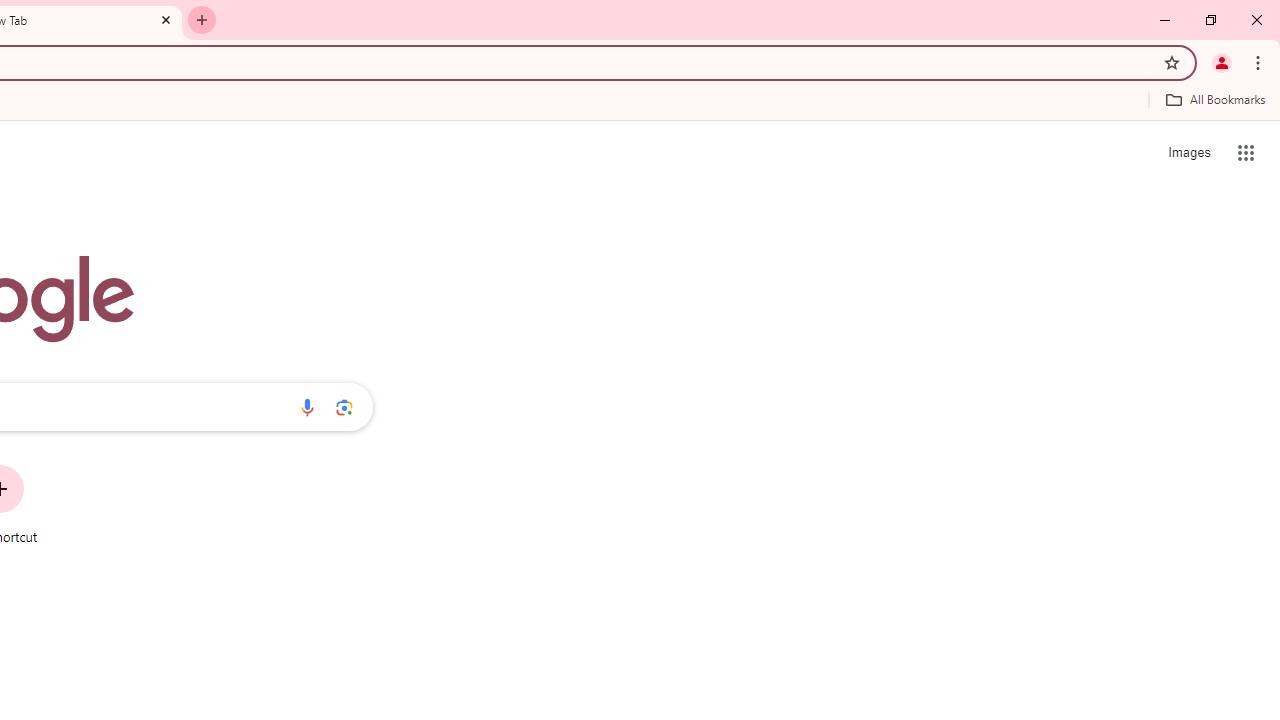 This screenshot has height=720, width=1280. Describe the element at coordinates (1209, 20) in the screenshot. I see `'Restore'` at that location.